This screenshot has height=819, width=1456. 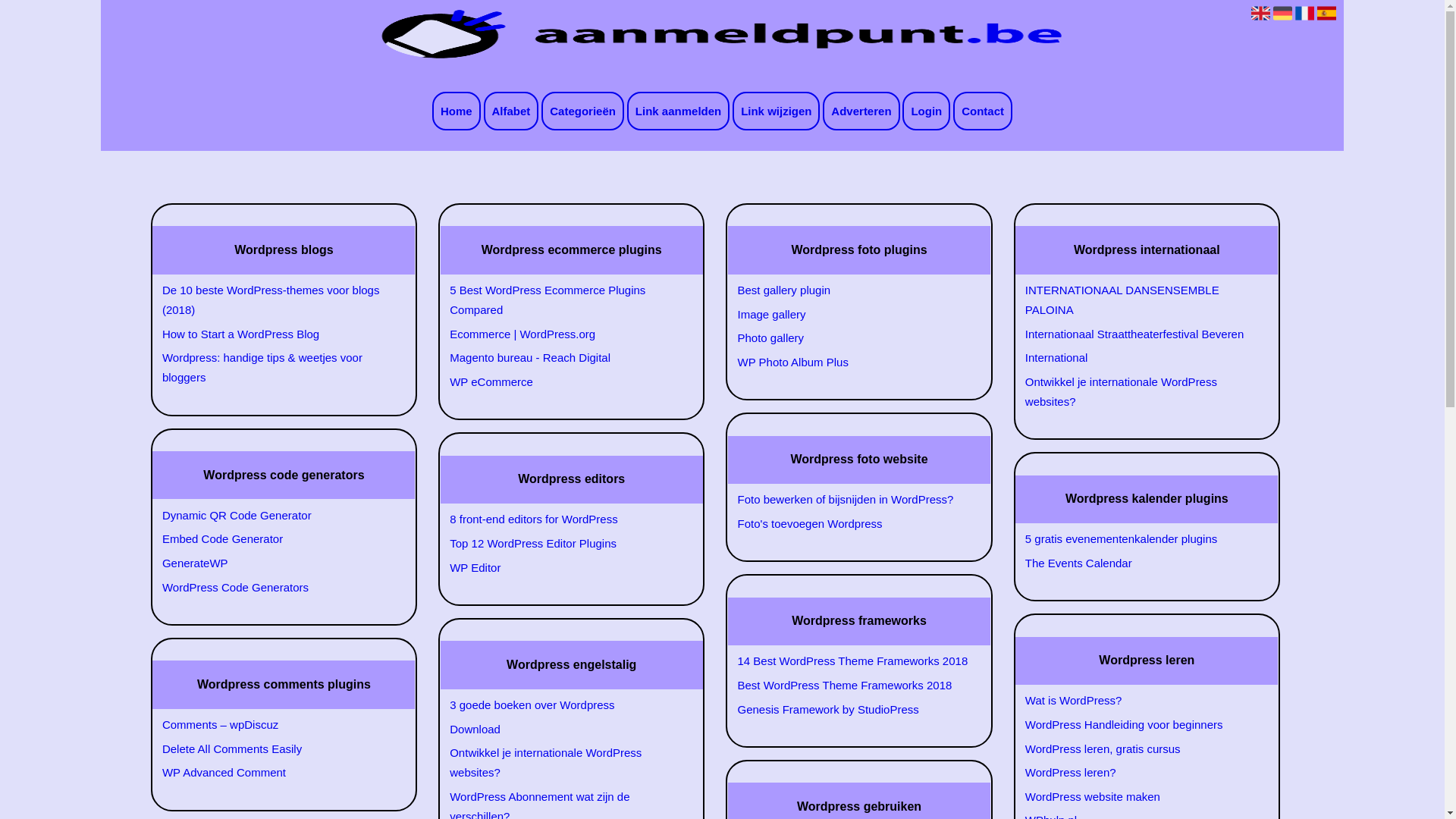 I want to click on 'Best gallery plugin', so click(x=850, y=290).